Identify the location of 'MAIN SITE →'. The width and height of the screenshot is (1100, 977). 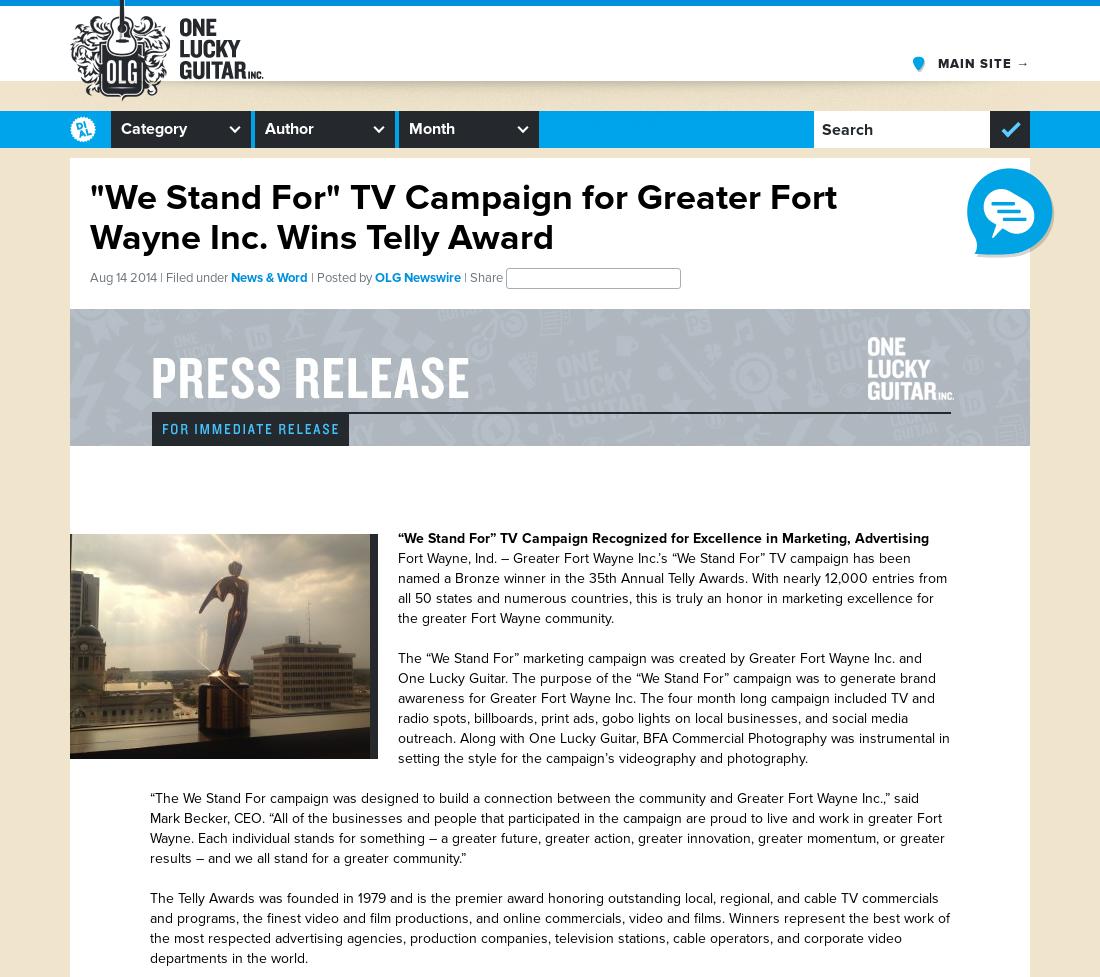
(982, 63).